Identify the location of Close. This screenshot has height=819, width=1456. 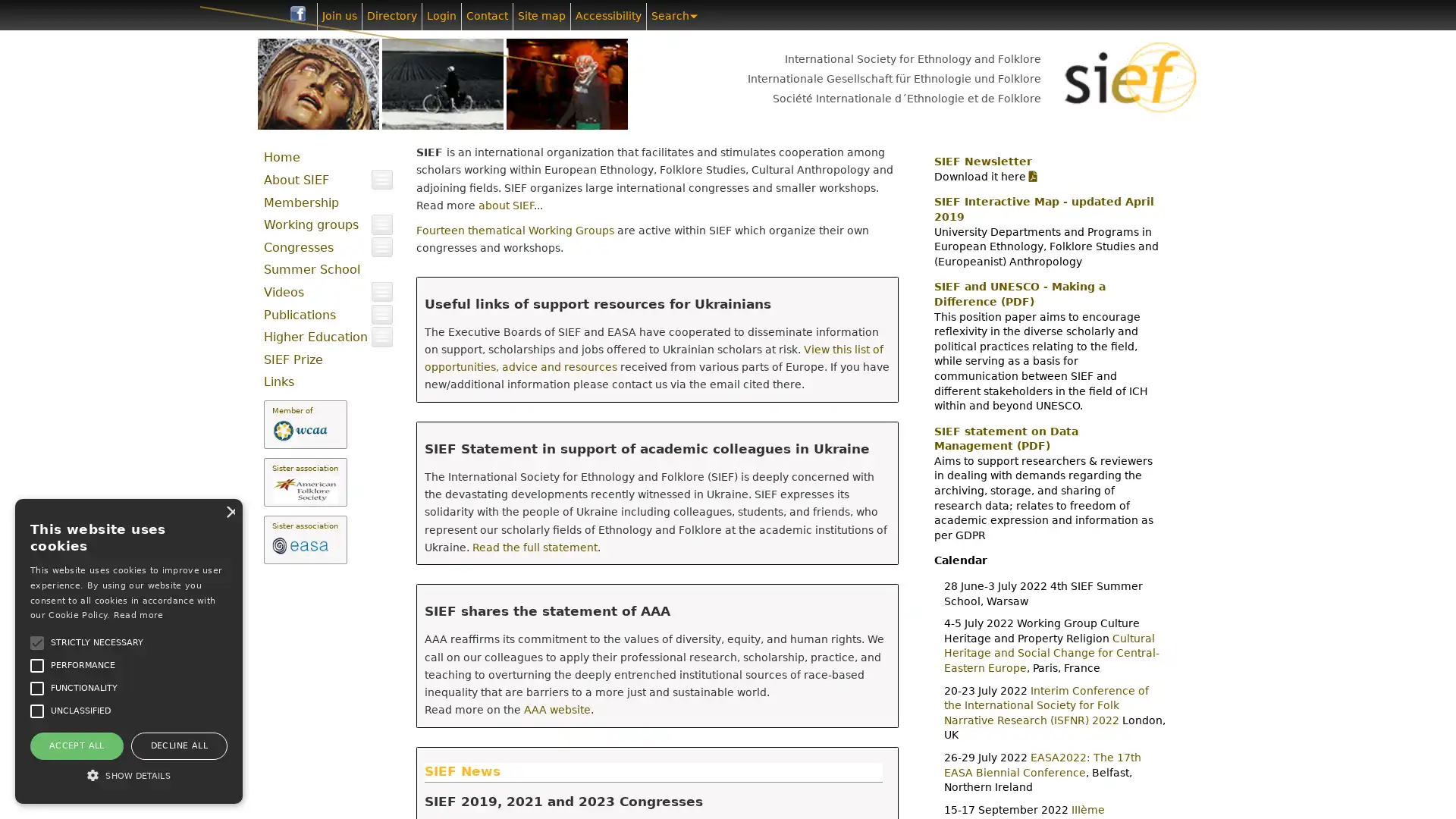
(228, 511).